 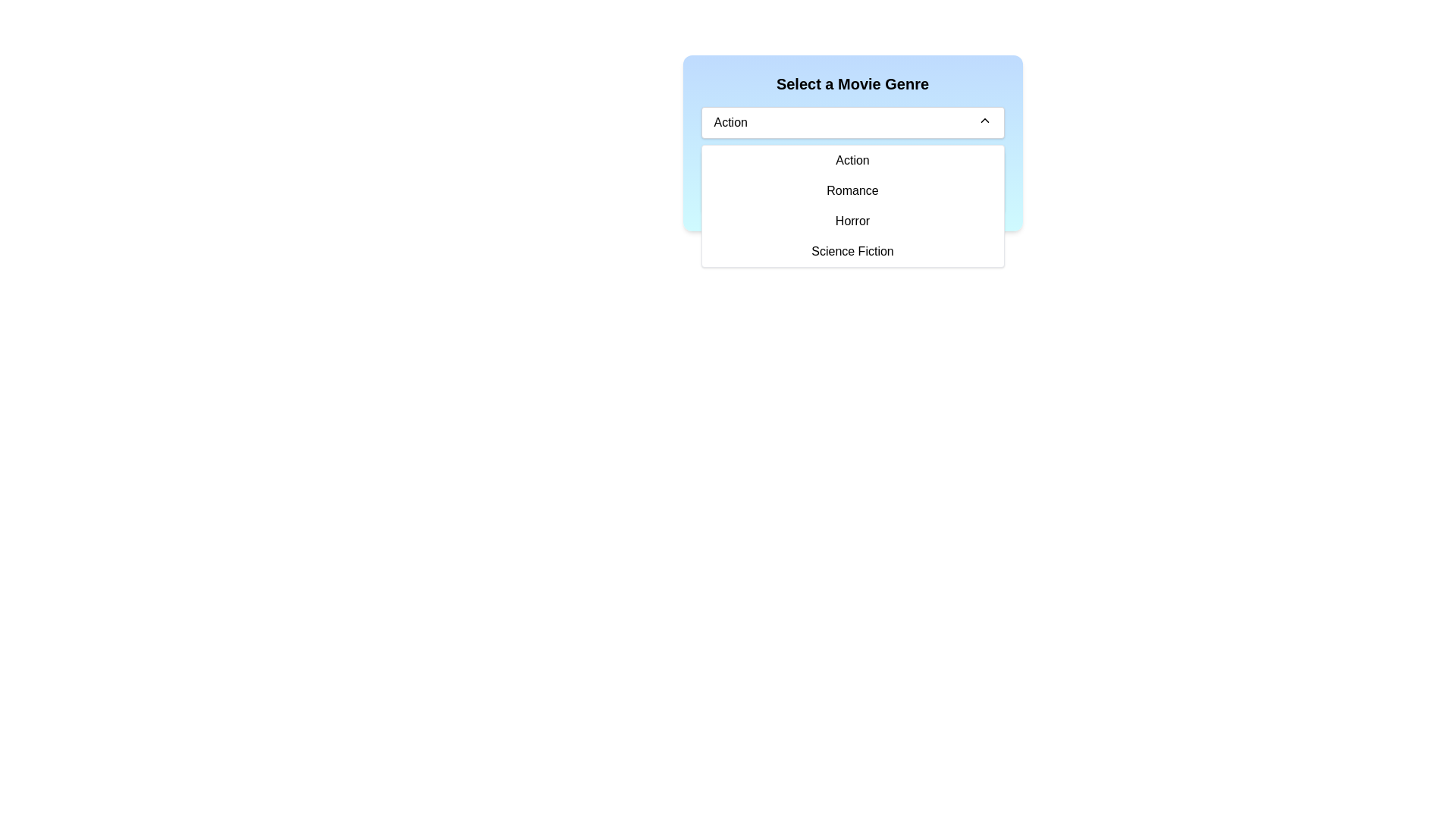 What do you see at coordinates (984, 119) in the screenshot?
I see `the Chevron-Up Arrow icon on the right side of the 'Action' dropdown menu` at bounding box center [984, 119].